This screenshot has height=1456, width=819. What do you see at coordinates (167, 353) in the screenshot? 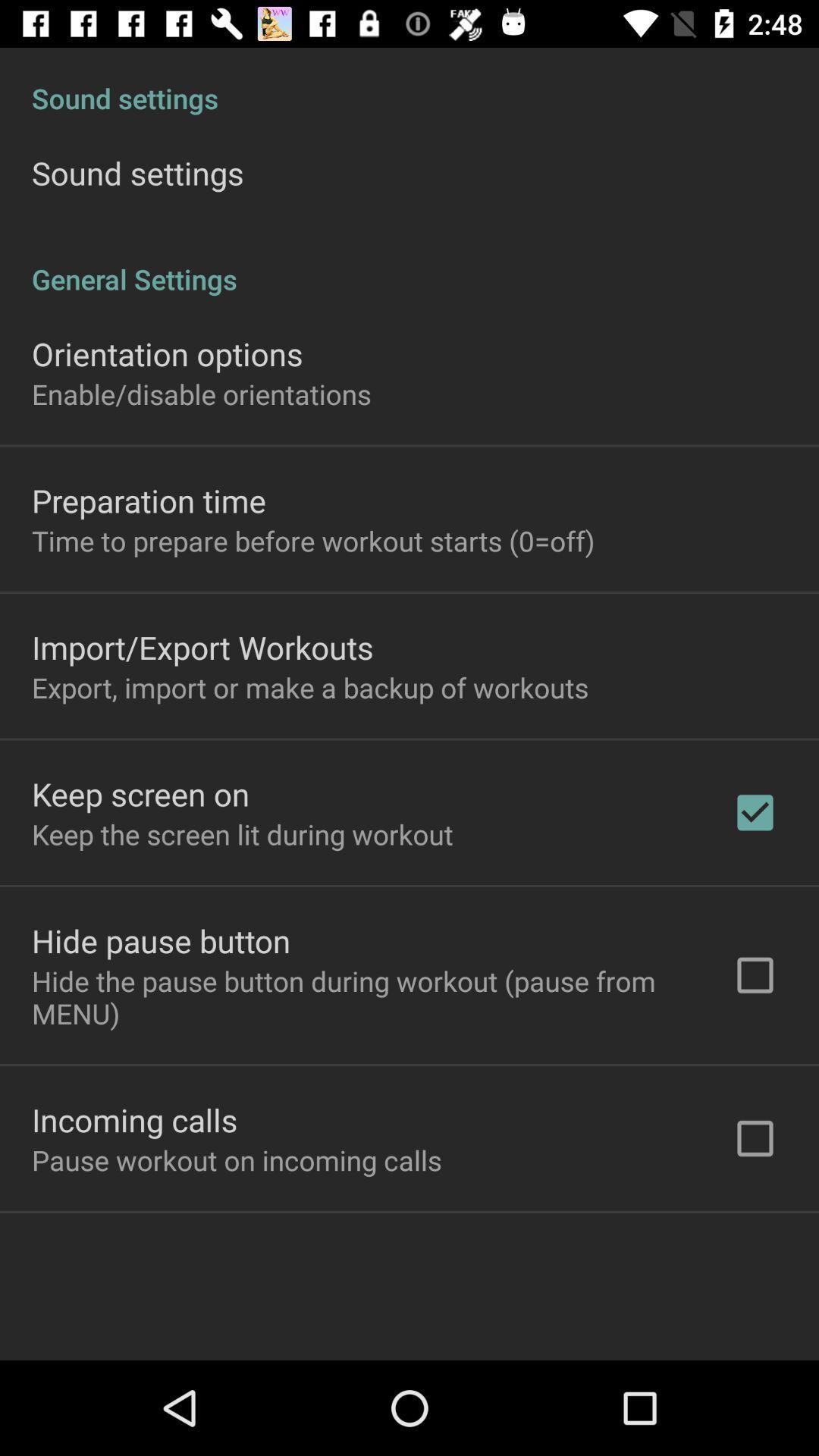
I see `orientation options item` at bounding box center [167, 353].